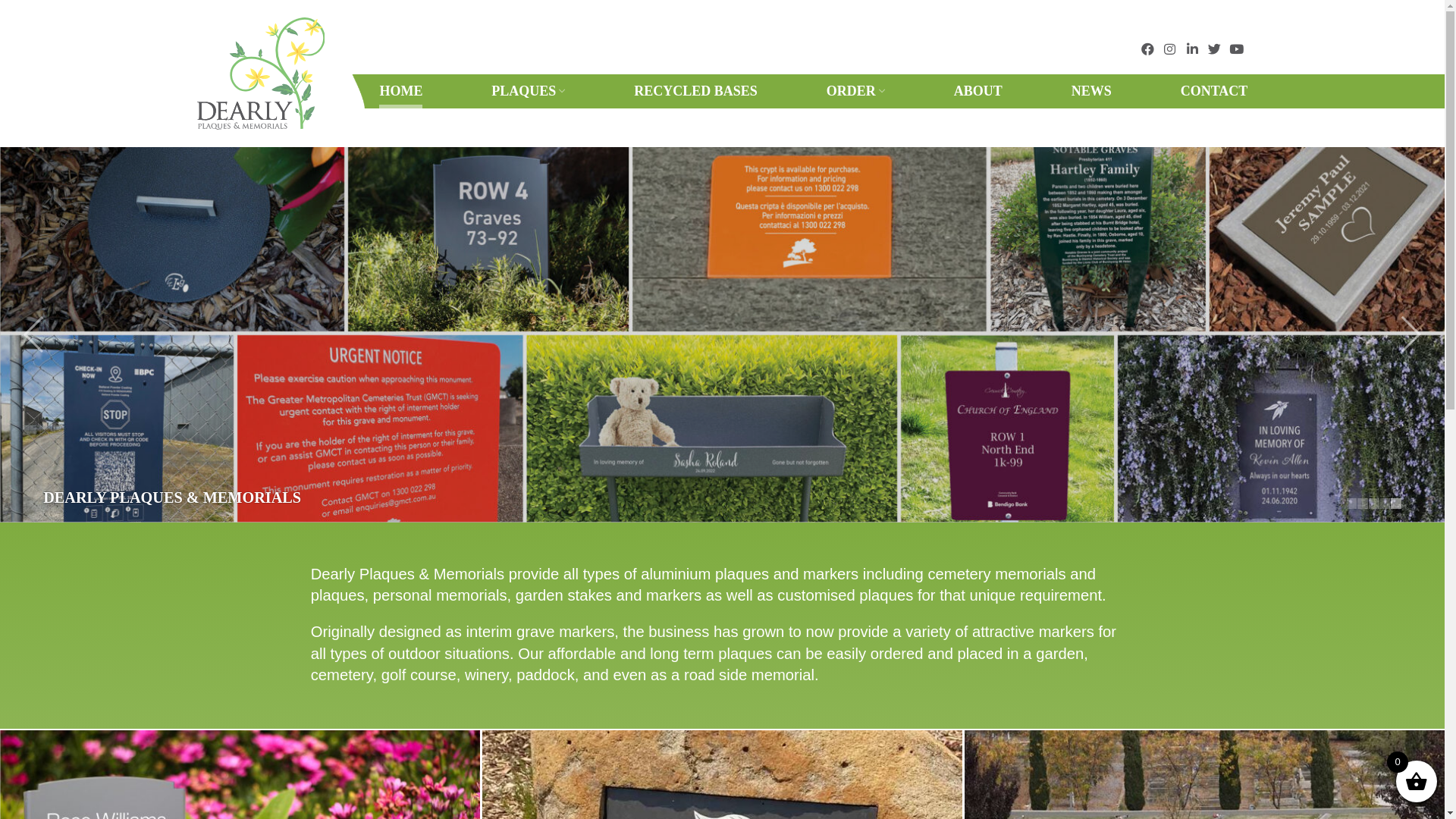  I want to click on '2', so click(1362, 503).